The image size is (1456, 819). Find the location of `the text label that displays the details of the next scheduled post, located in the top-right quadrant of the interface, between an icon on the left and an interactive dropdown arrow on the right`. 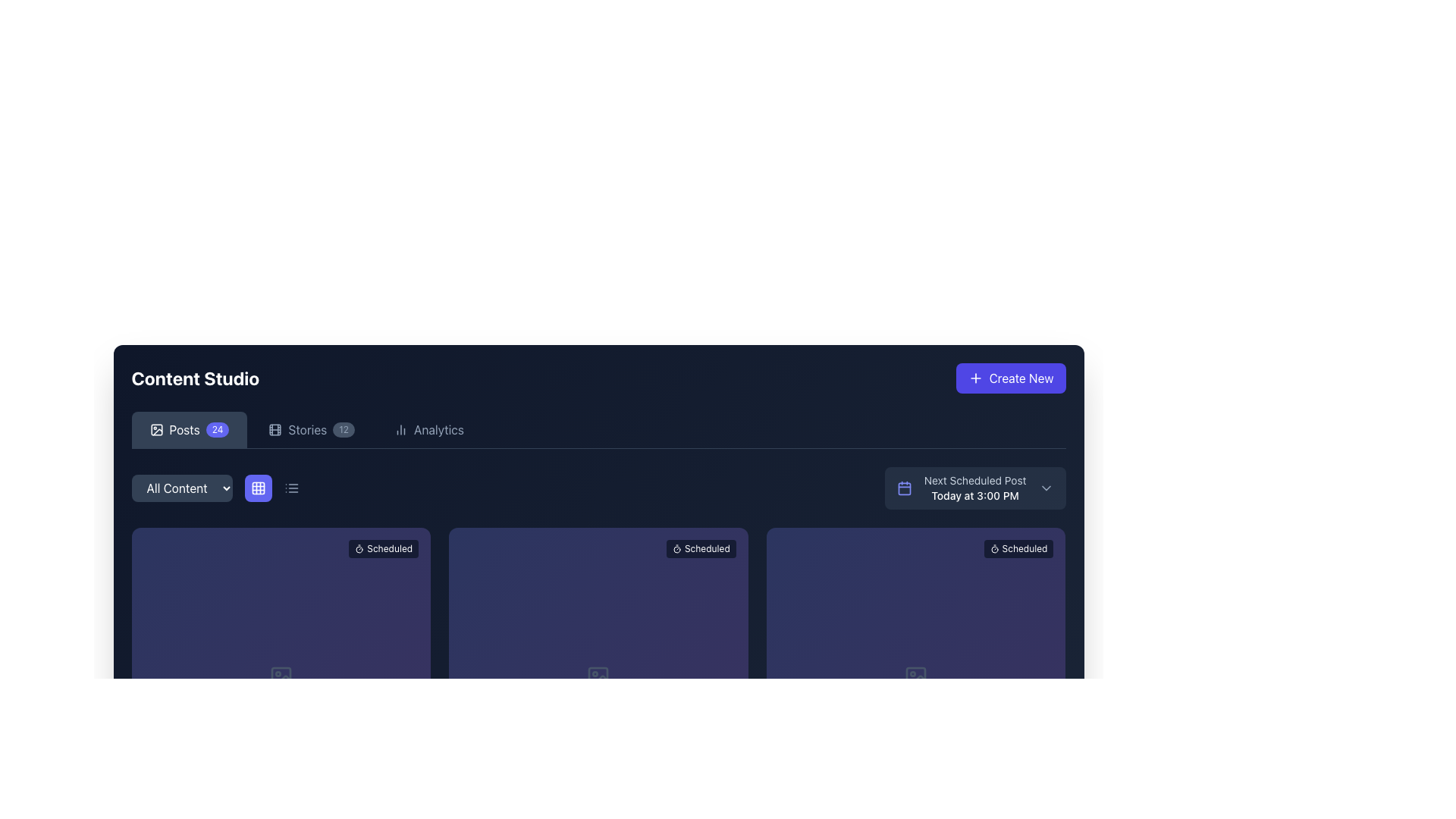

the text label that displays the details of the next scheduled post, located in the top-right quadrant of the interface, between an icon on the left and an interactive dropdown arrow on the right is located at coordinates (975, 488).